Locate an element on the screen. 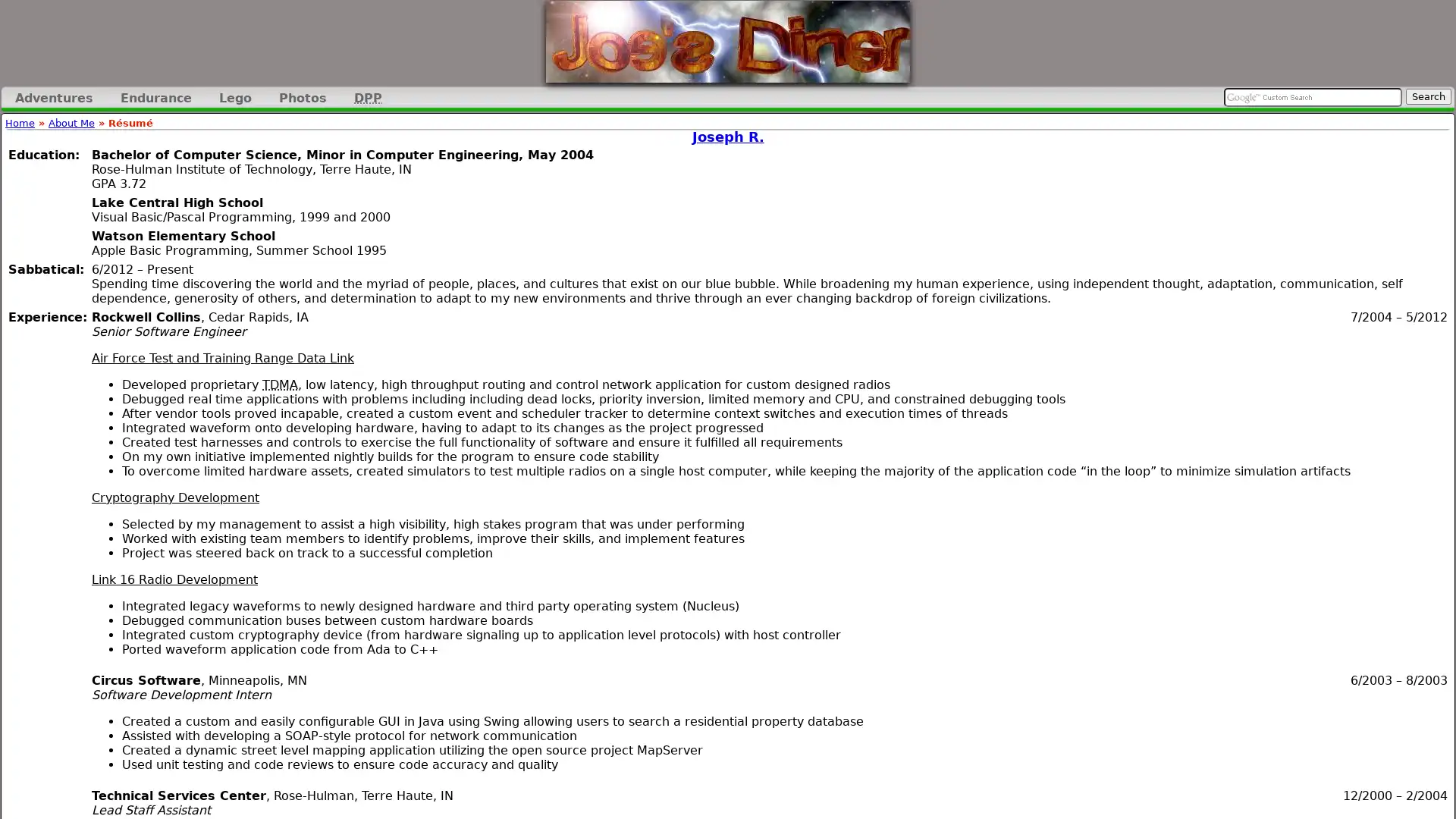 The height and width of the screenshot is (819, 1456). Search is located at coordinates (1427, 96).